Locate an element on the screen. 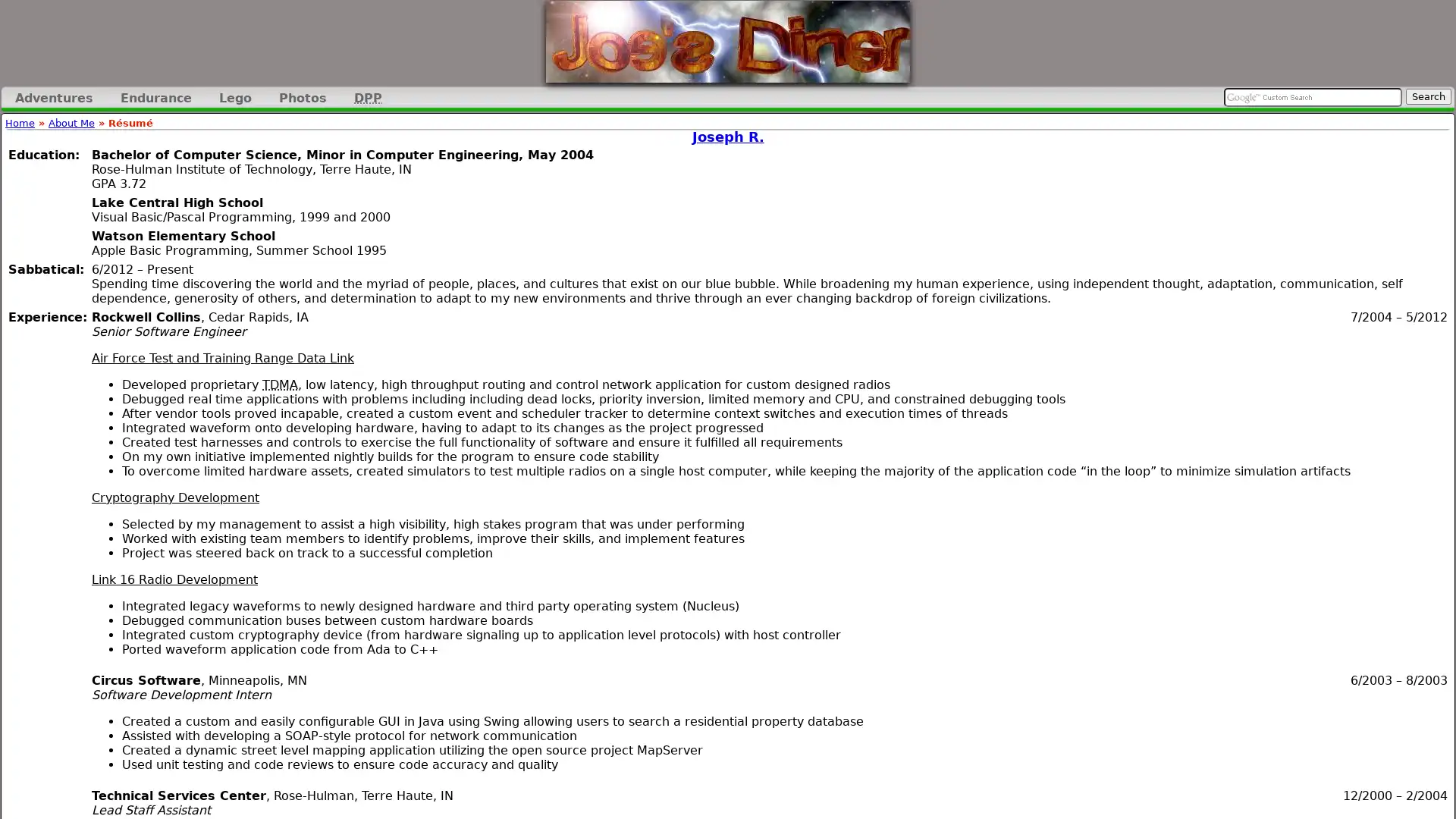 The height and width of the screenshot is (819, 1456). Search is located at coordinates (1427, 96).